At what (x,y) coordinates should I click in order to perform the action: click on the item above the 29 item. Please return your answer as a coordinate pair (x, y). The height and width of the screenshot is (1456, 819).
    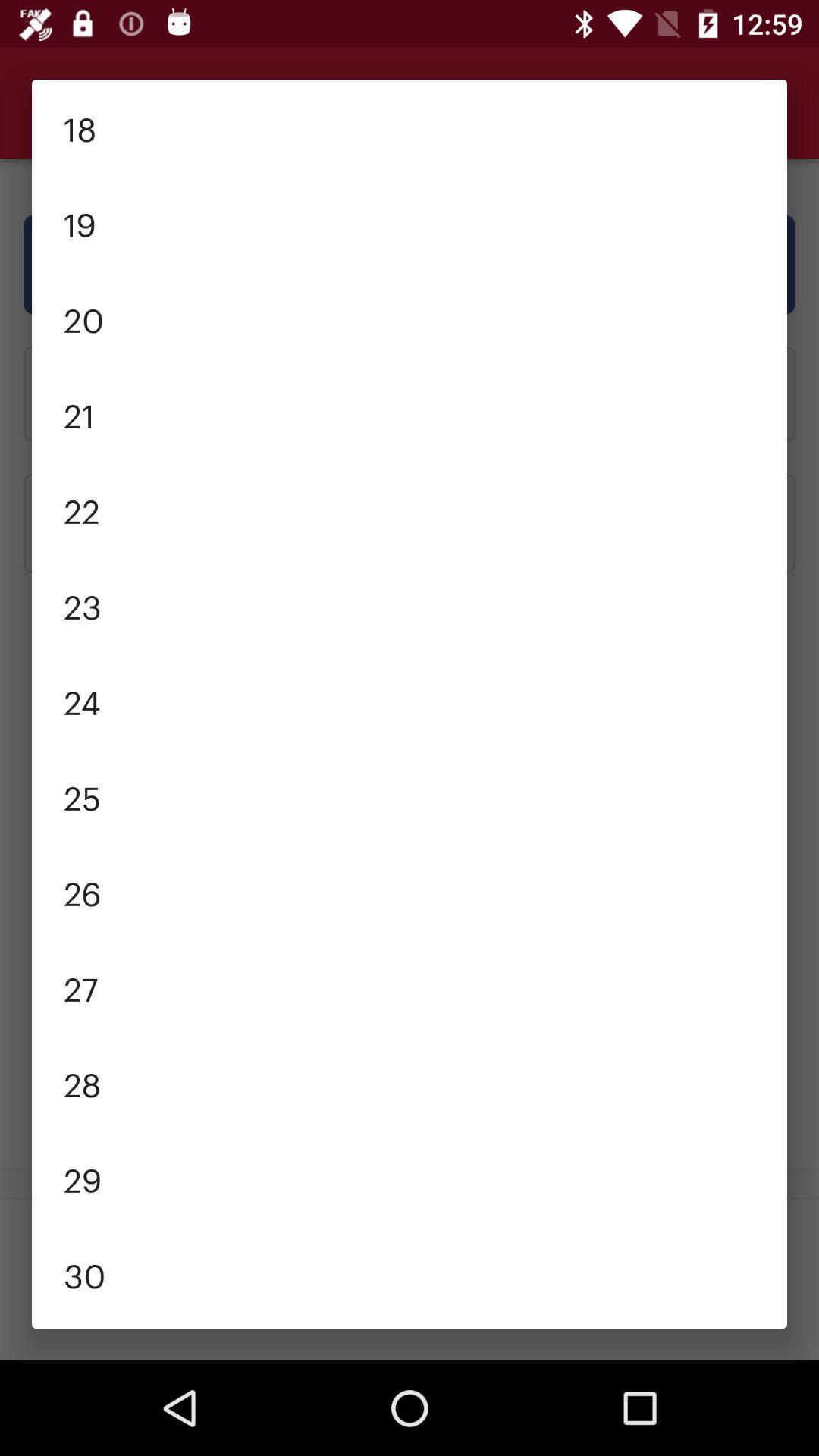
    Looking at the image, I should click on (409, 1082).